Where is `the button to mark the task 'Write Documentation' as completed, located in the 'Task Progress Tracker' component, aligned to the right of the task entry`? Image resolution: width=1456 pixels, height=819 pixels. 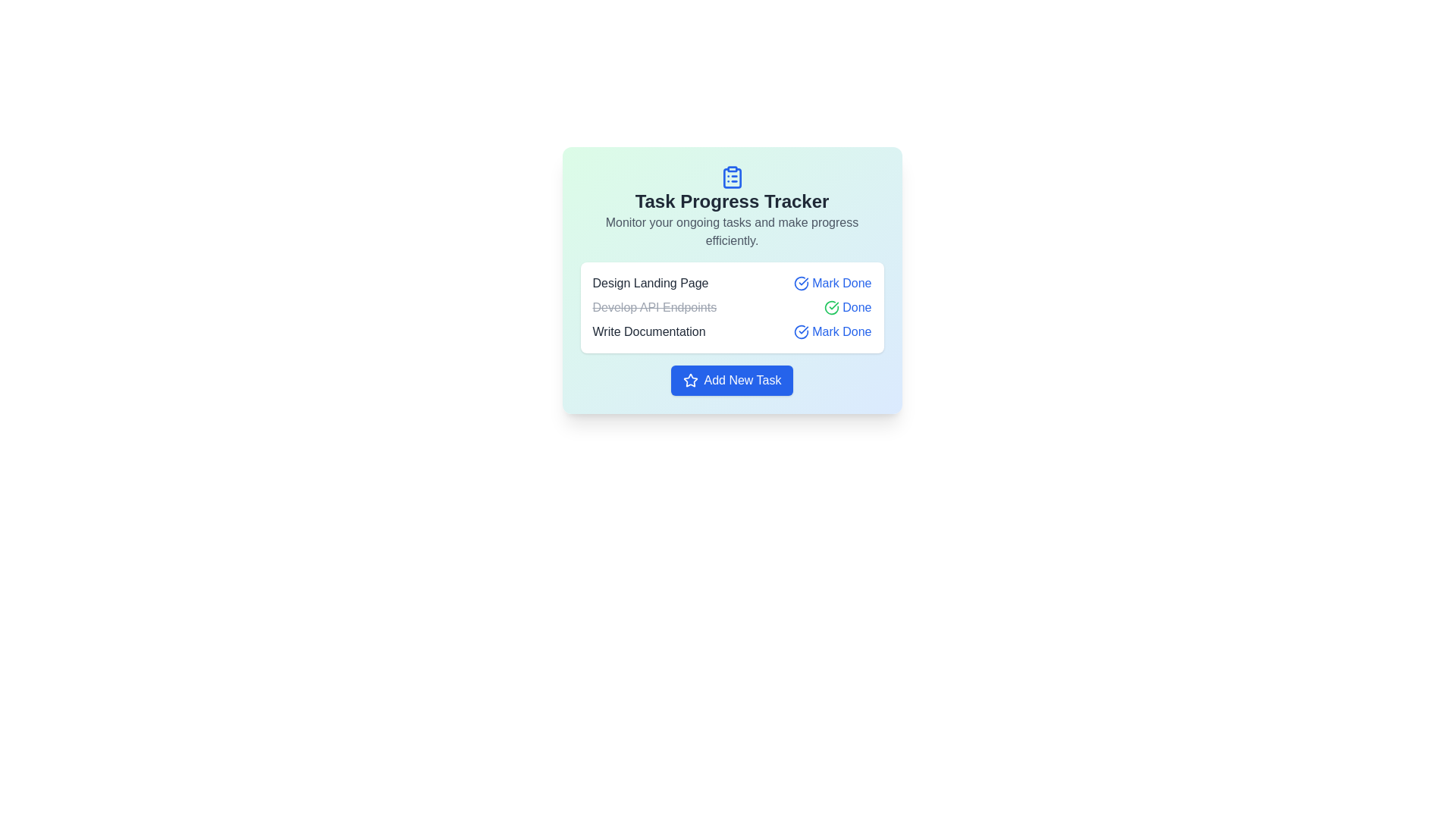 the button to mark the task 'Write Documentation' as completed, located in the 'Task Progress Tracker' component, aligned to the right of the task entry is located at coordinates (832, 331).